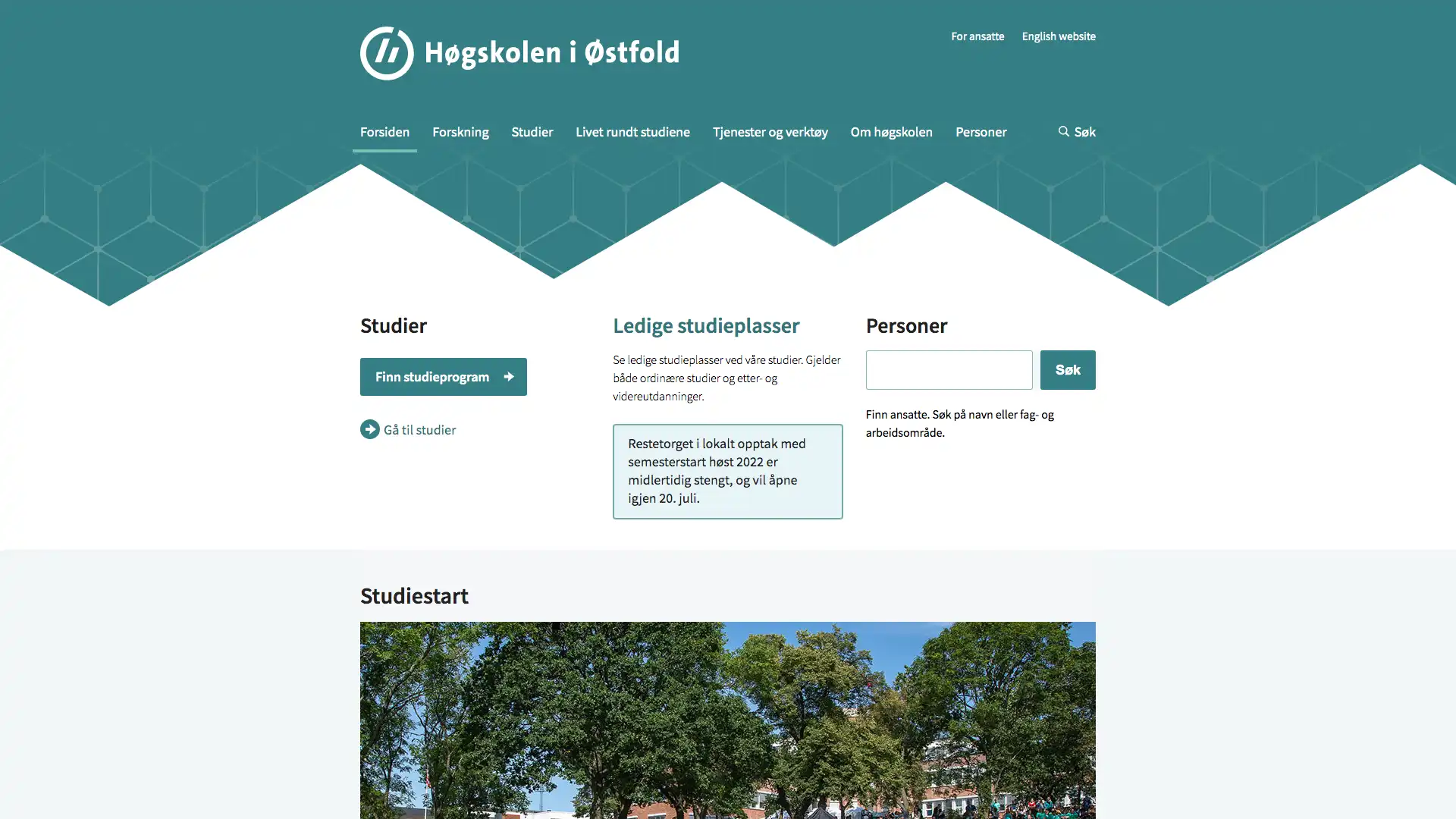 This screenshot has height=819, width=1456. What do you see at coordinates (1066, 210) in the screenshot?
I see `Sk` at bounding box center [1066, 210].